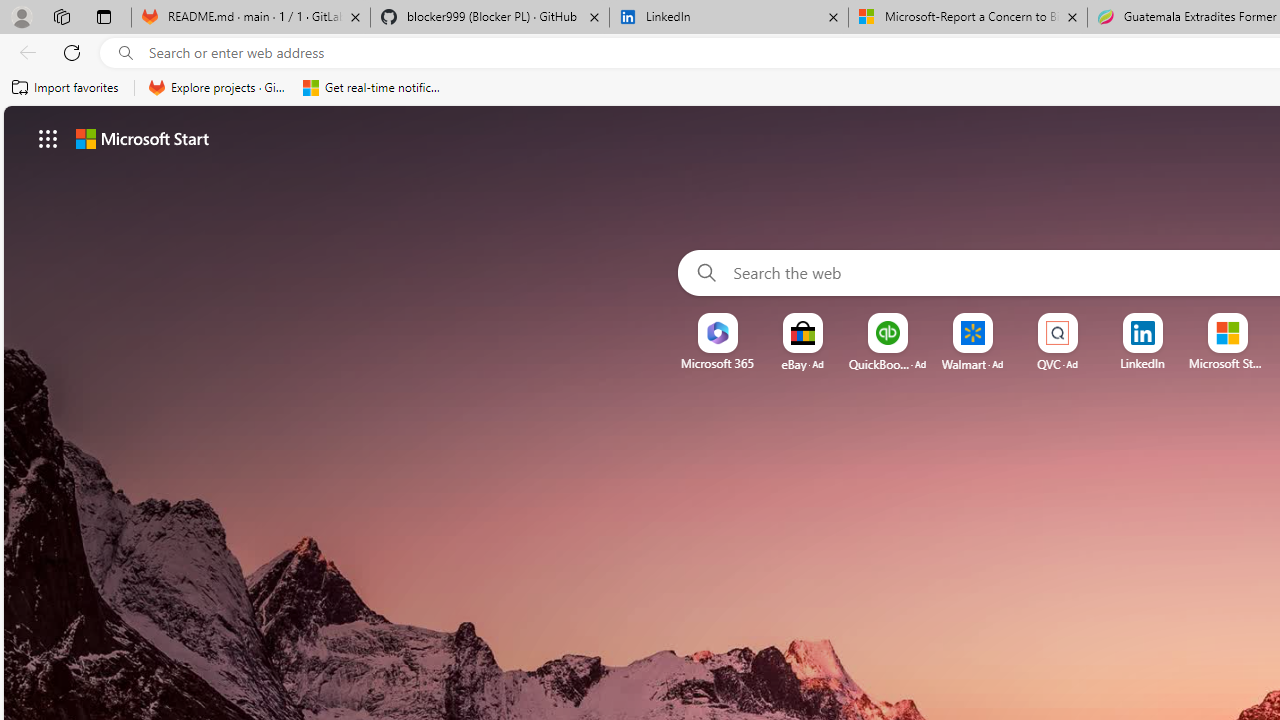 The width and height of the screenshot is (1280, 720). What do you see at coordinates (65, 87) in the screenshot?
I see `'Import favorites'` at bounding box center [65, 87].